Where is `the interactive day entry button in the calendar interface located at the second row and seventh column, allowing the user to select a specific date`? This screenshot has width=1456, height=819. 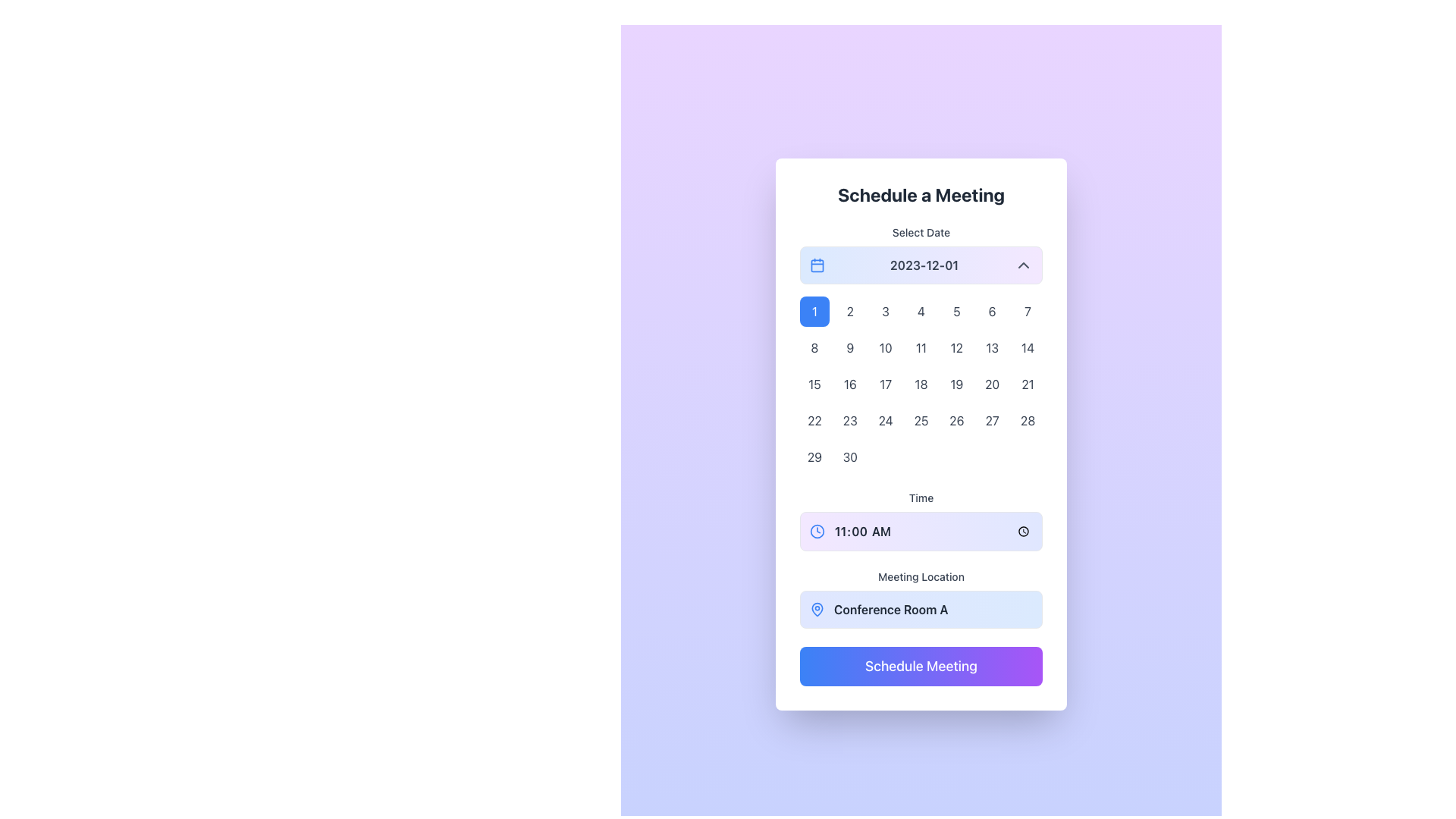
the interactive day entry button in the calendar interface located at the second row and seventh column, allowing the user to select a specific date is located at coordinates (1028, 348).